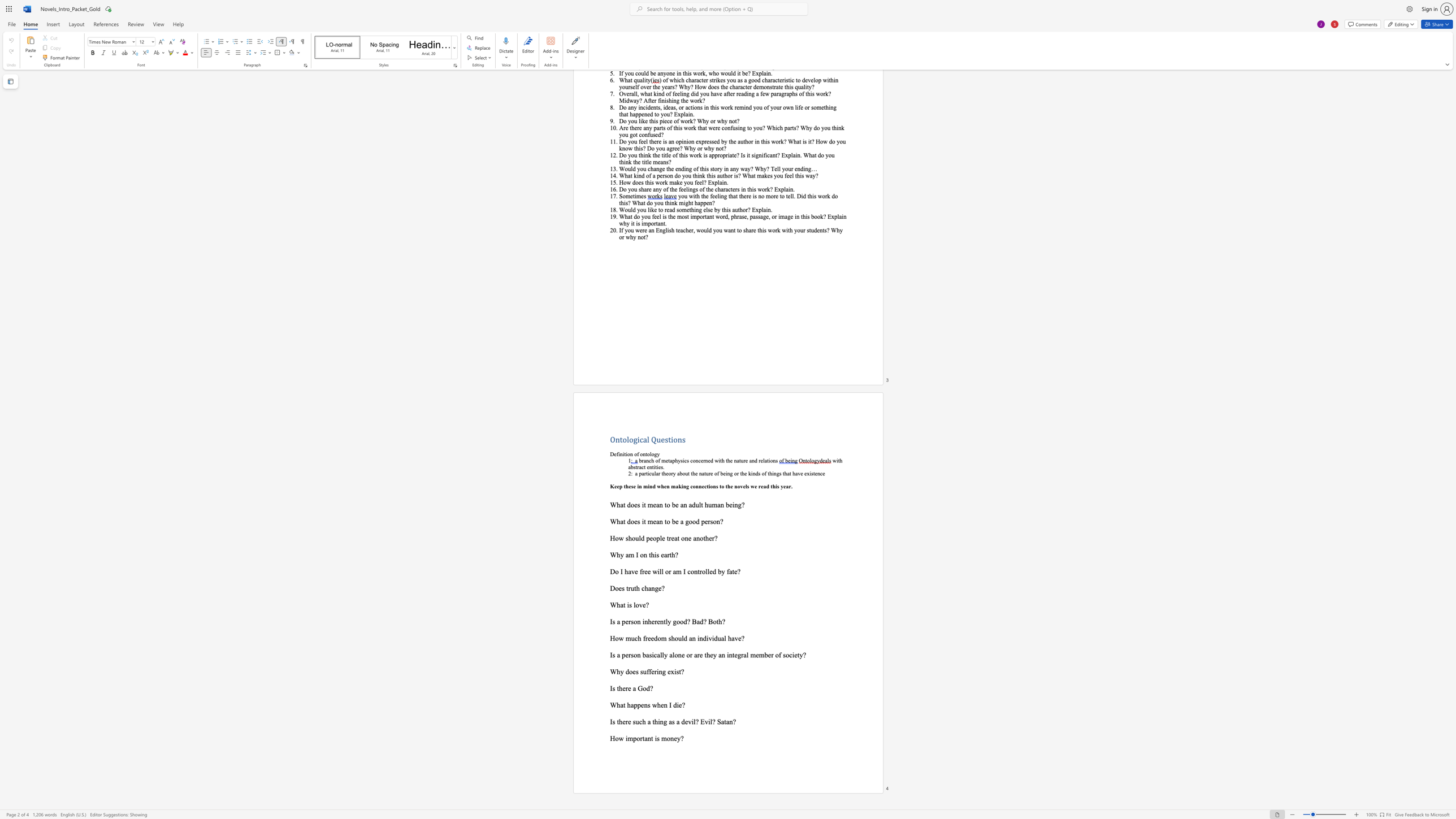 The height and width of the screenshot is (819, 1456). What do you see at coordinates (656, 439) in the screenshot?
I see `the subset text "ue" within the text "Ontological Questions"` at bounding box center [656, 439].